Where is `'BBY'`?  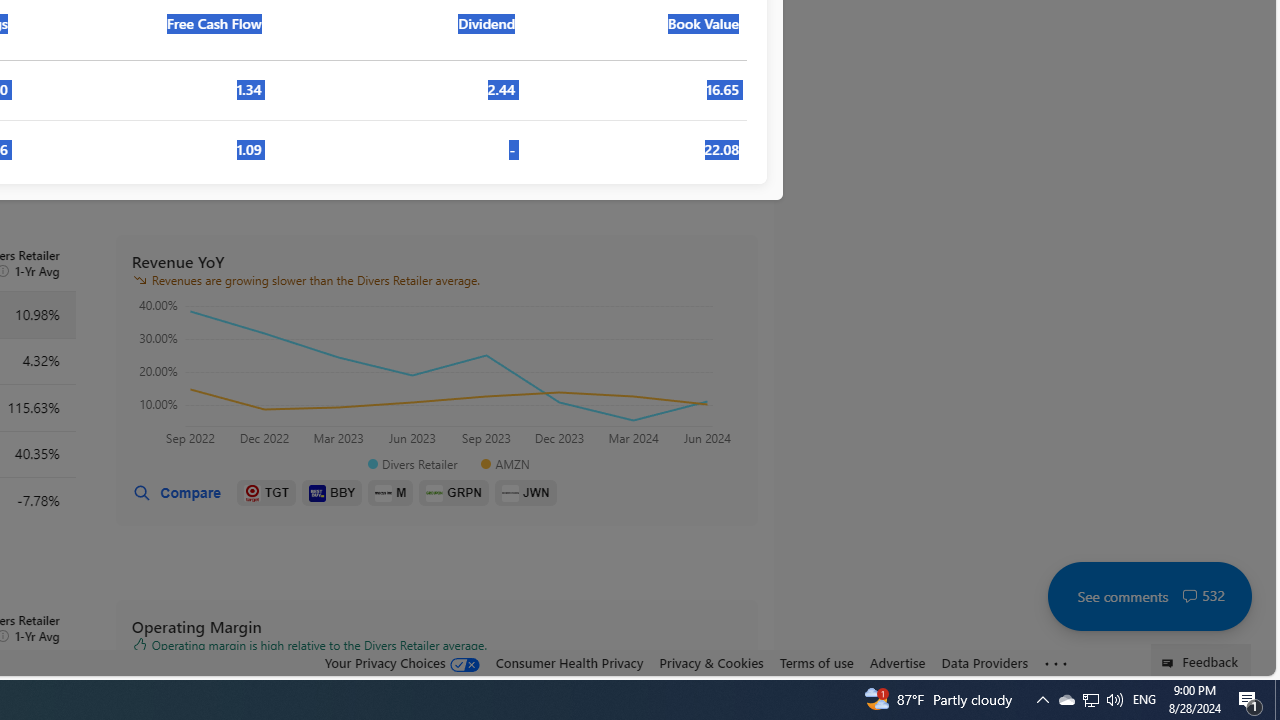 'BBY' is located at coordinates (332, 493).